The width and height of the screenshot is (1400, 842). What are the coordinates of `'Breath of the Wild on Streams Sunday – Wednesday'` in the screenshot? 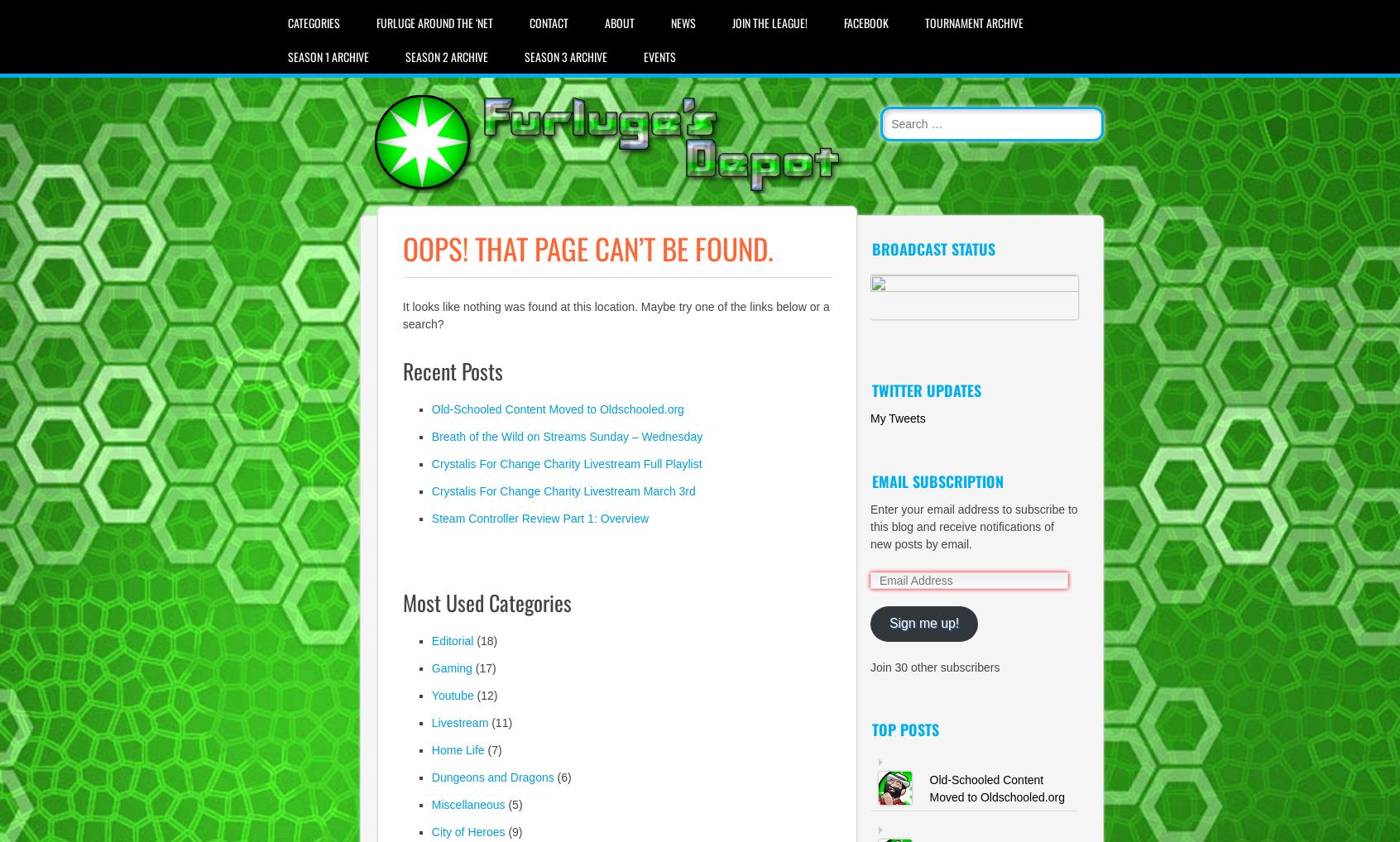 It's located at (566, 435).